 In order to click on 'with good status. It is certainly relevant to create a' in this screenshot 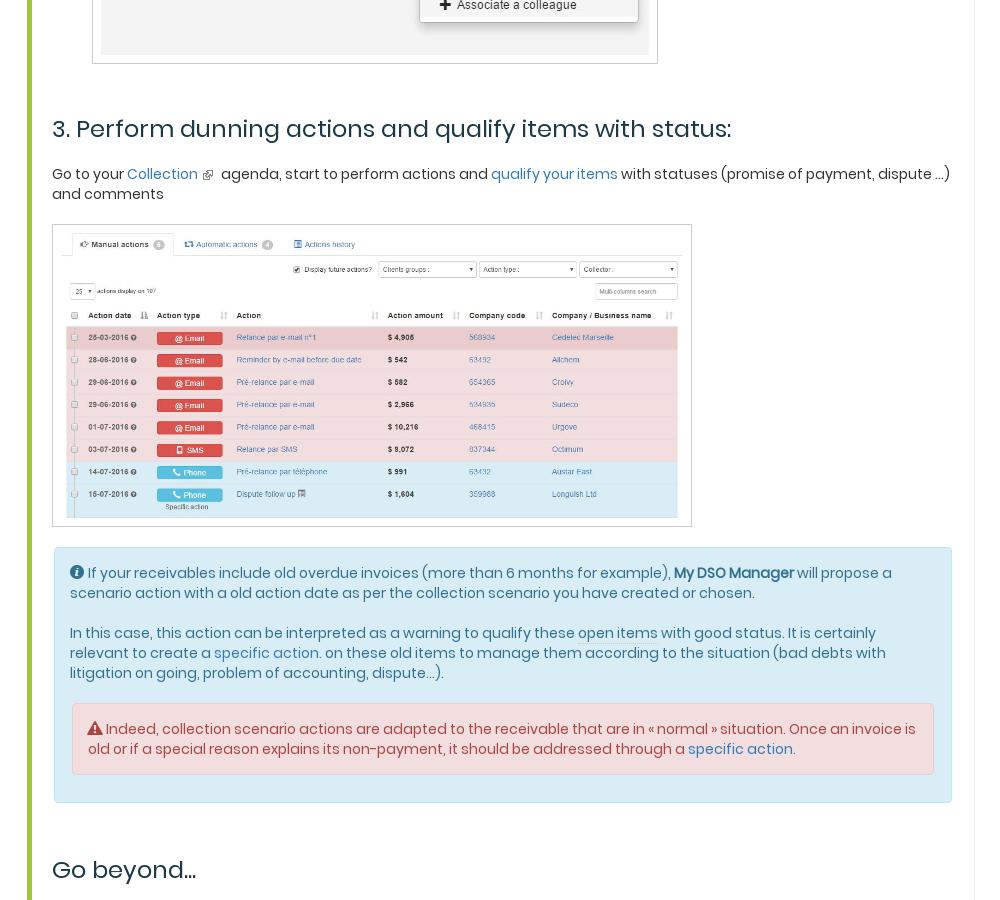, I will do `click(472, 641)`.